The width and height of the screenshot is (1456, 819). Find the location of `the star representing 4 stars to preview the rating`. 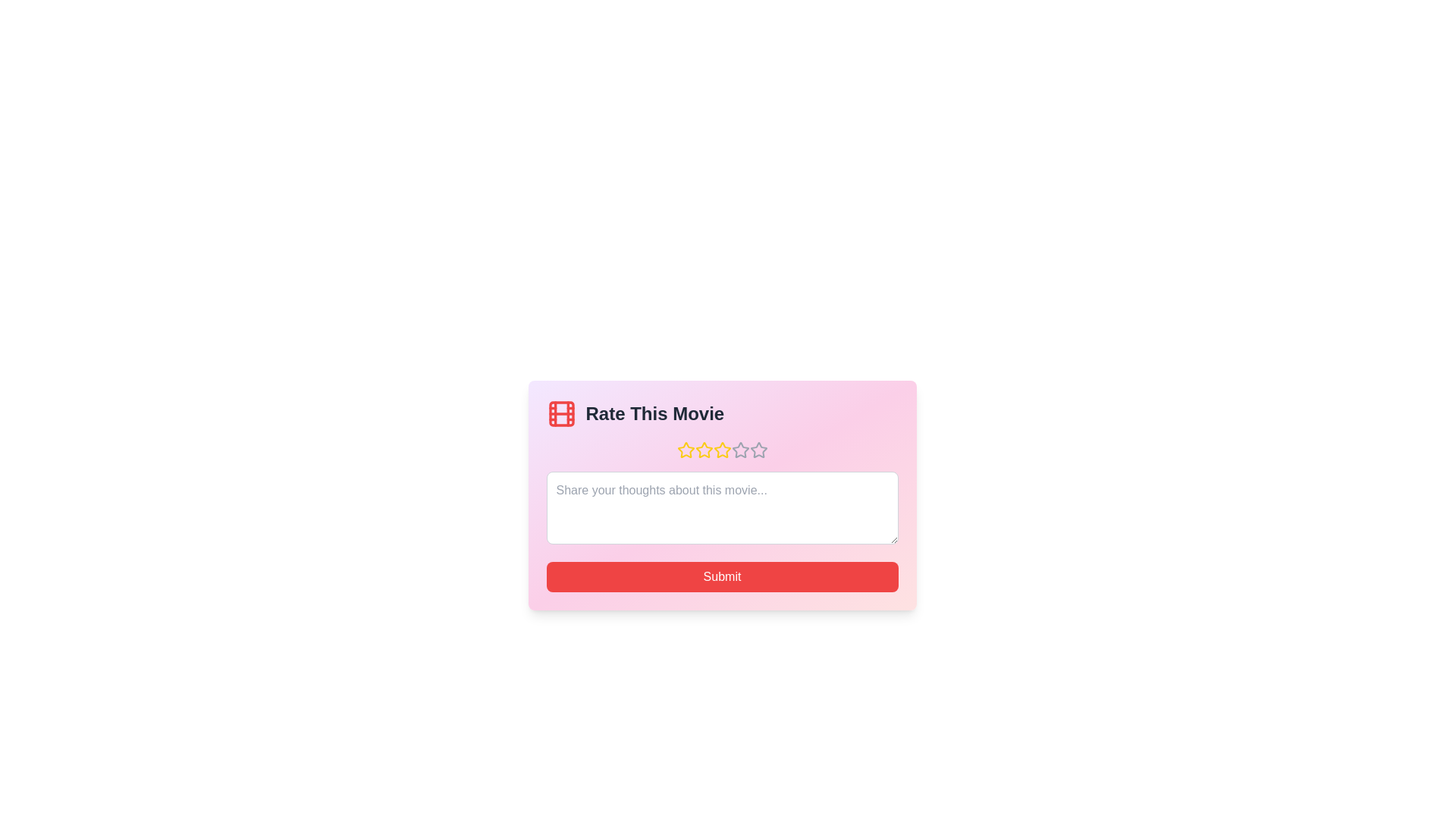

the star representing 4 stars to preview the rating is located at coordinates (740, 450).